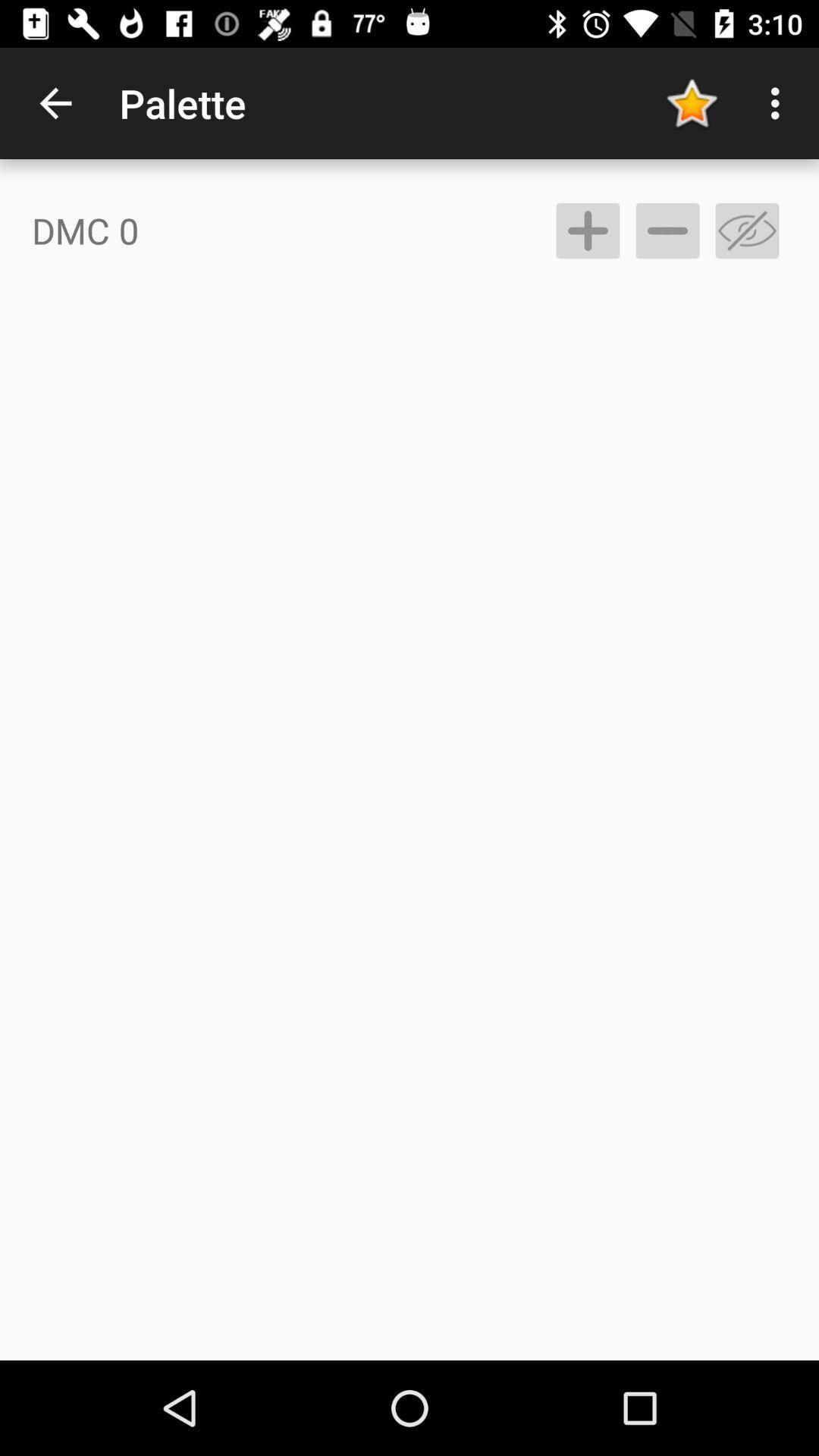 Image resolution: width=819 pixels, height=1456 pixels. Describe the element at coordinates (587, 230) in the screenshot. I see `the item next to dmc 0 item` at that location.